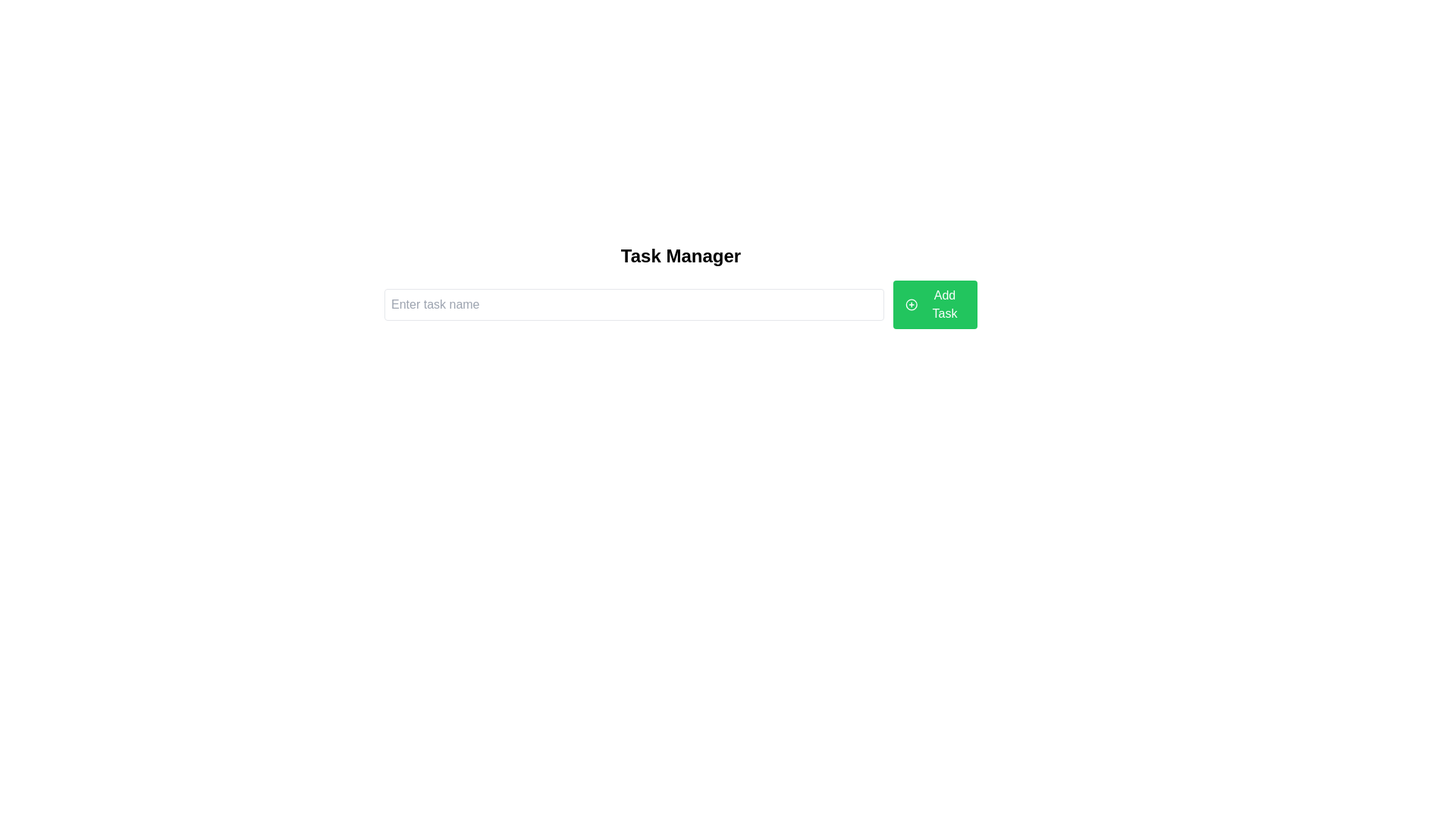 Image resolution: width=1456 pixels, height=819 pixels. What do you see at coordinates (934, 304) in the screenshot?
I see `the button that triggers the addition of a new task to a list` at bounding box center [934, 304].